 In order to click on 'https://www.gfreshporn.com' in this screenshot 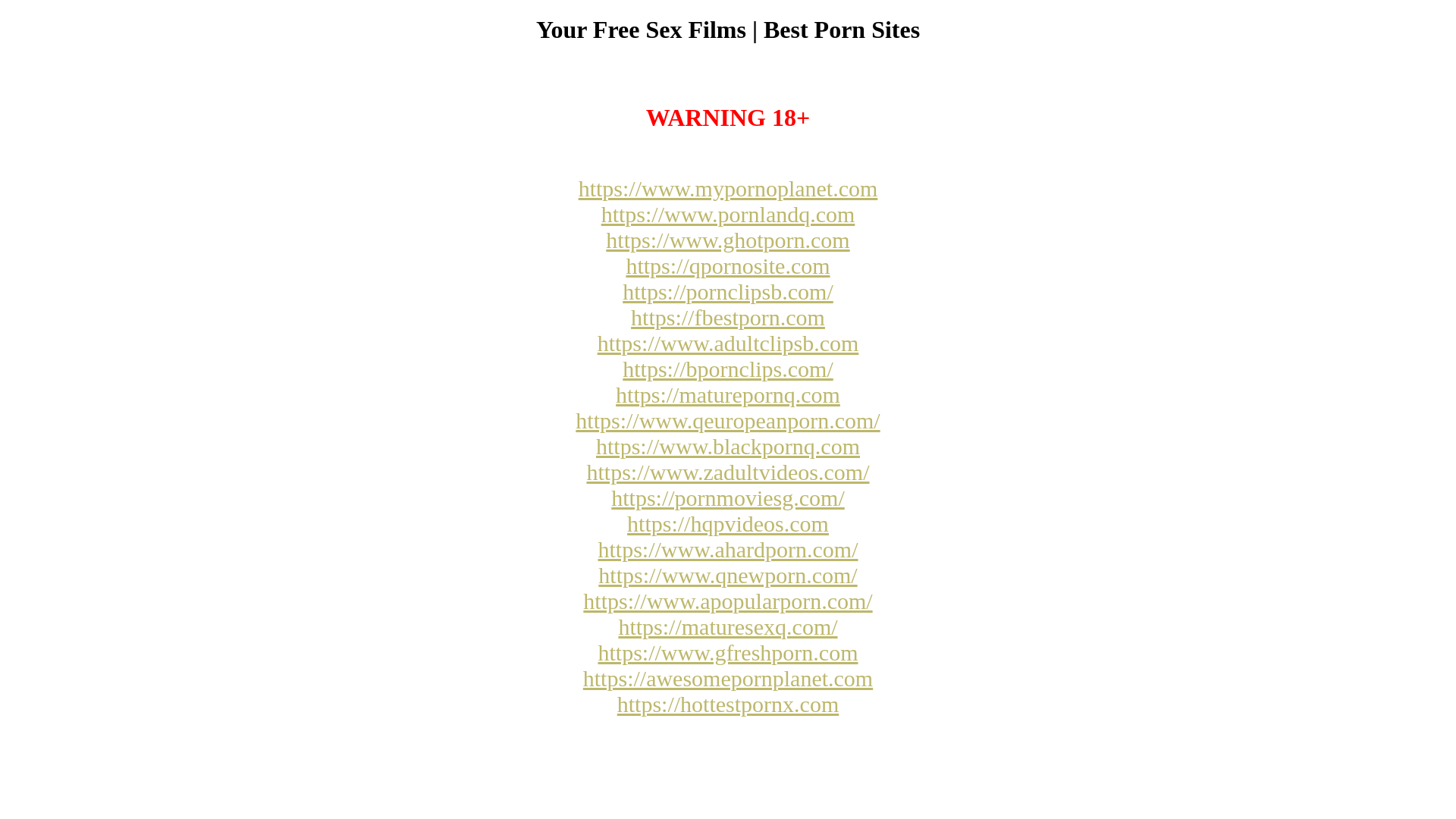, I will do `click(726, 651)`.